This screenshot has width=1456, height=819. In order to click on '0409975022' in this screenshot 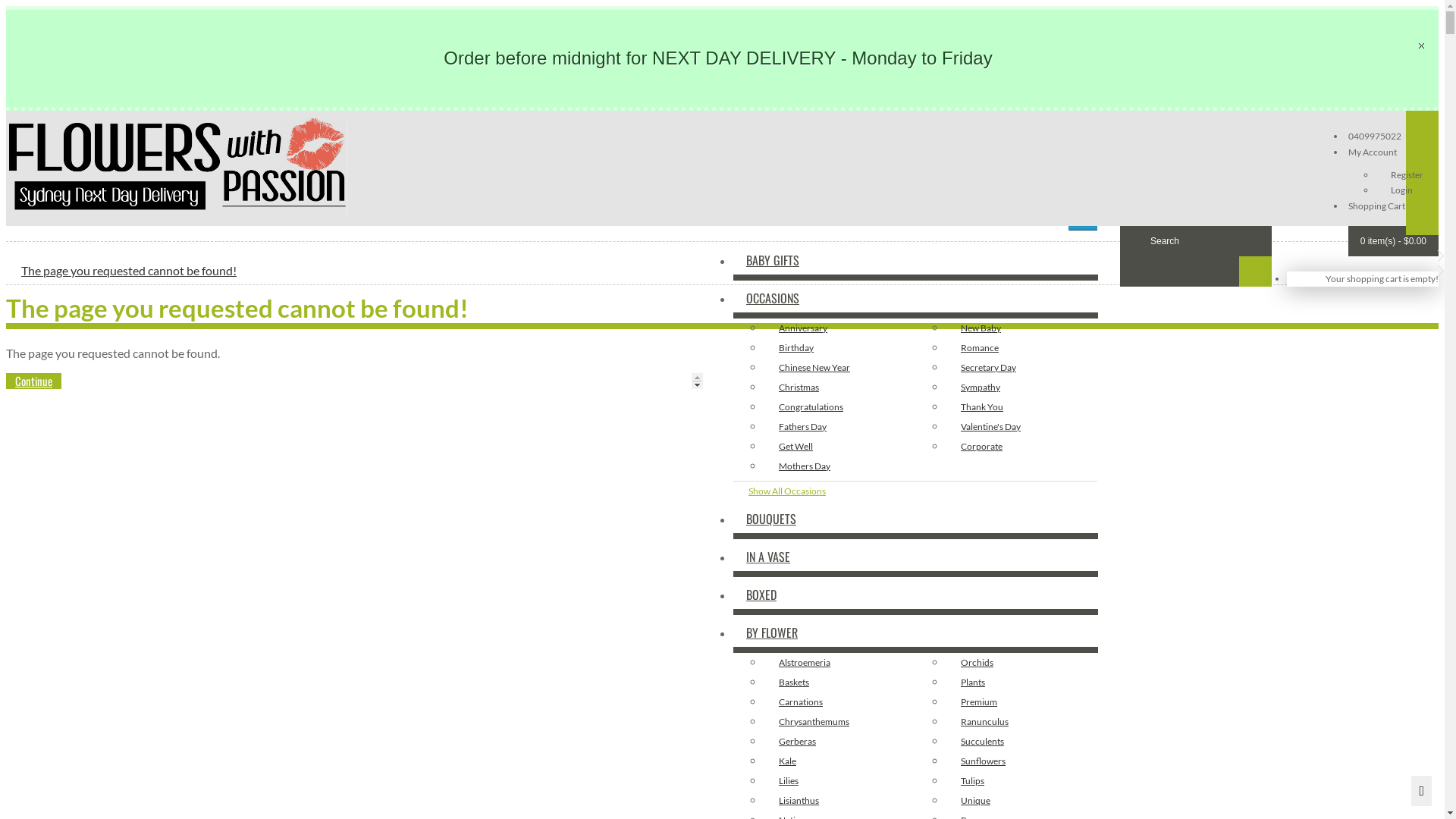, I will do `click(1375, 135)`.